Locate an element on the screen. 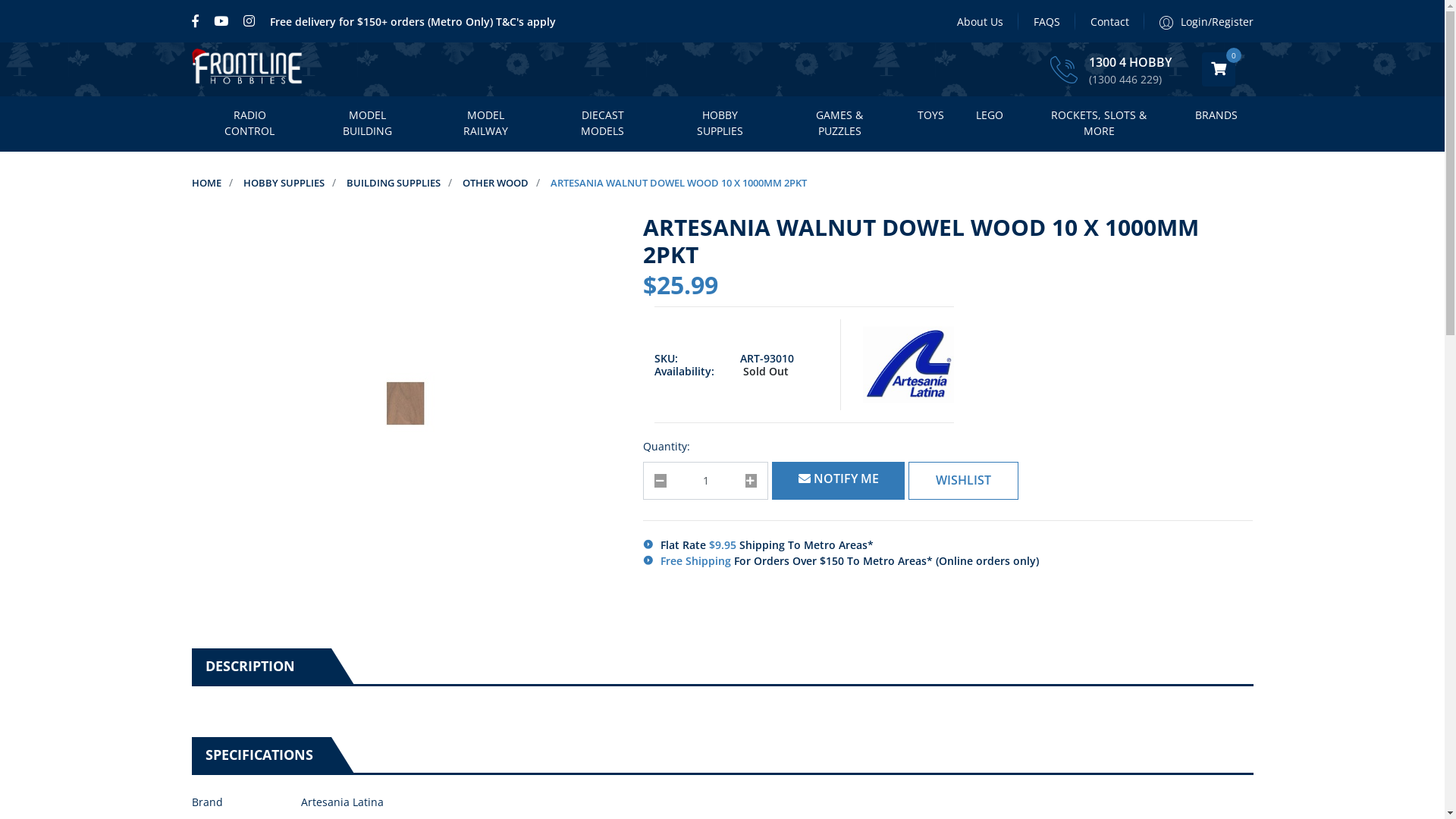  'WISHLIST' is located at coordinates (962, 480).